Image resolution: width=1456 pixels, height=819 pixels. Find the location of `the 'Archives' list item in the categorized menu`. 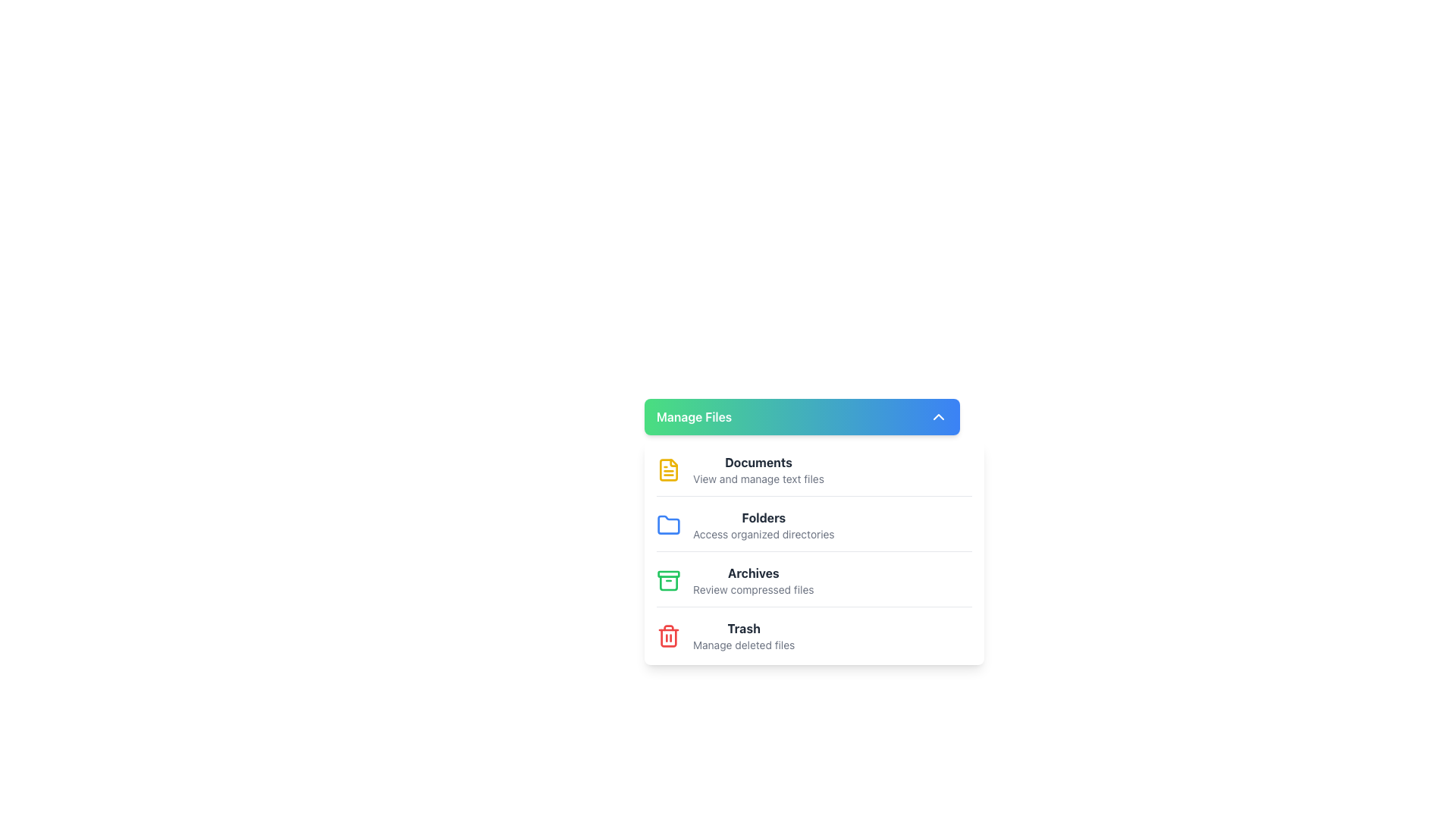

the 'Archives' list item in the categorized menu is located at coordinates (814, 585).